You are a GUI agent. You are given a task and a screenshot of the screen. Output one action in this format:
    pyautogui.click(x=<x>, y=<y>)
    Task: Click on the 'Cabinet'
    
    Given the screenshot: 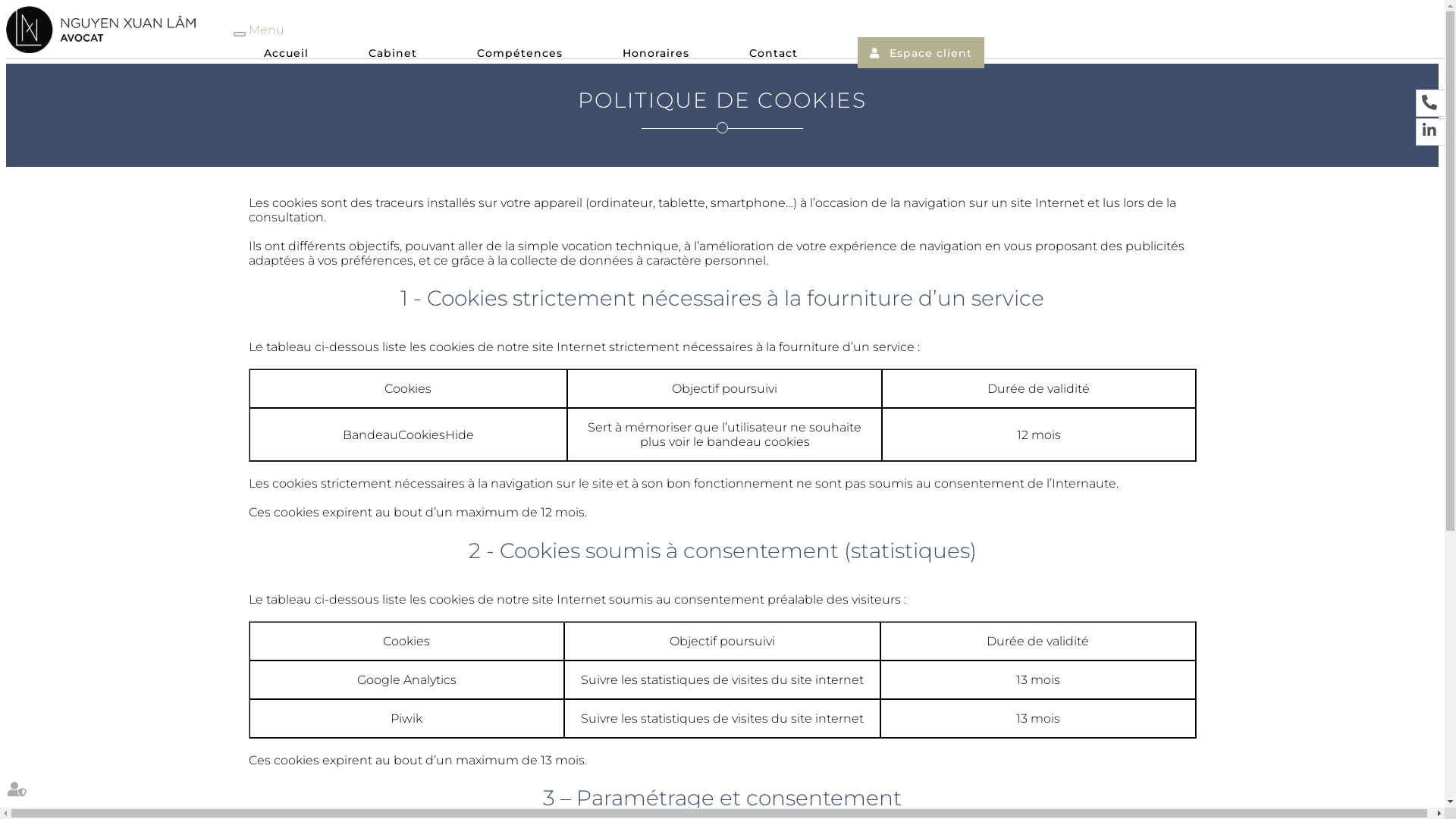 What is the action you would take?
    pyautogui.click(x=393, y=55)
    